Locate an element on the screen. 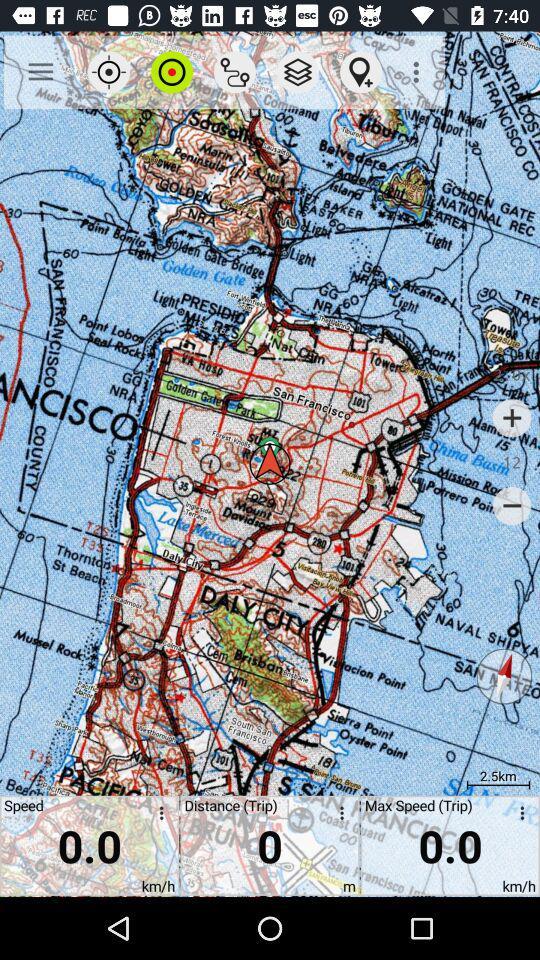  speed options is located at coordinates (157, 816).